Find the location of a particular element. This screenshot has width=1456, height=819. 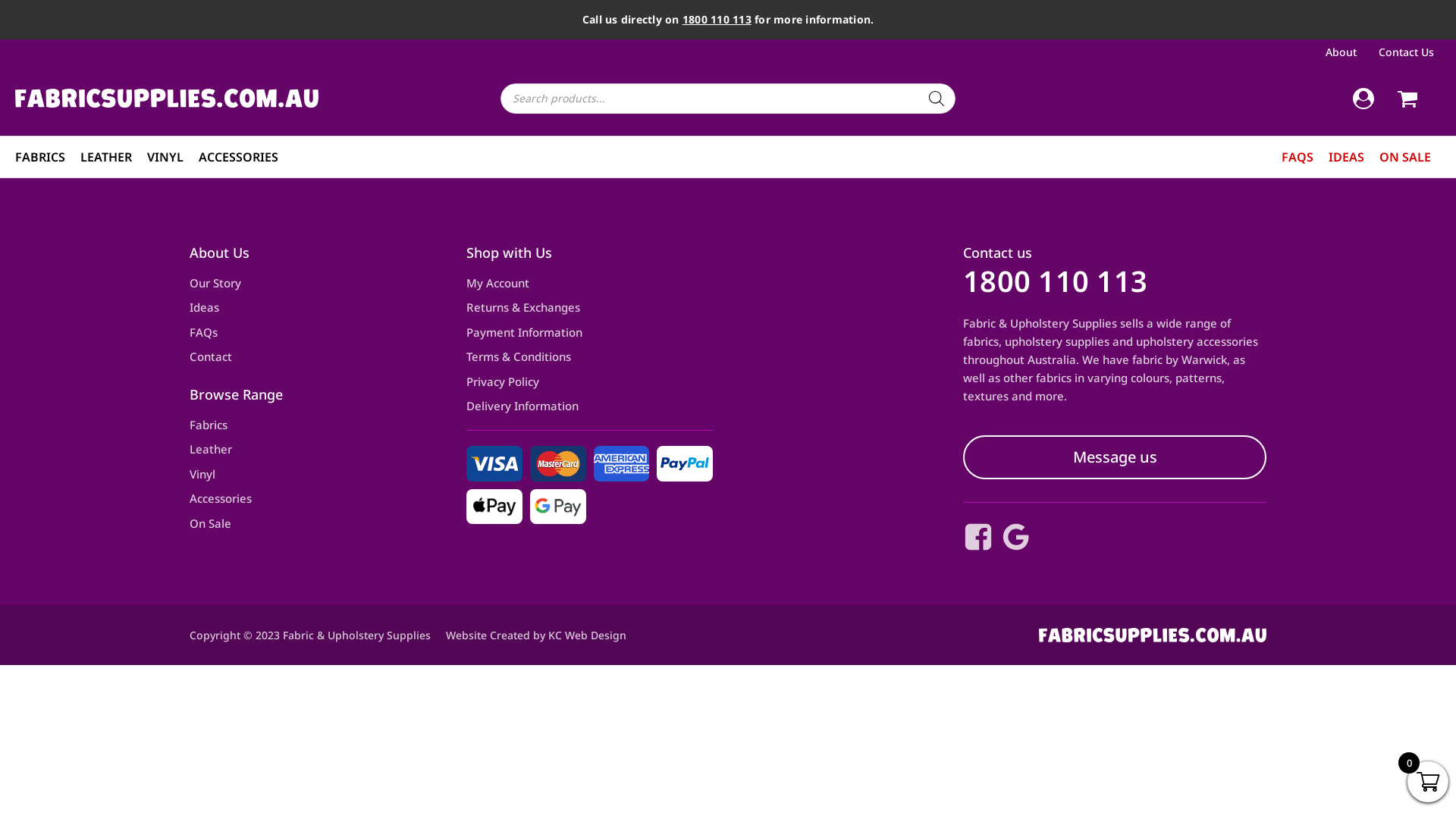

'Contact' is located at coordinates (210, 356).